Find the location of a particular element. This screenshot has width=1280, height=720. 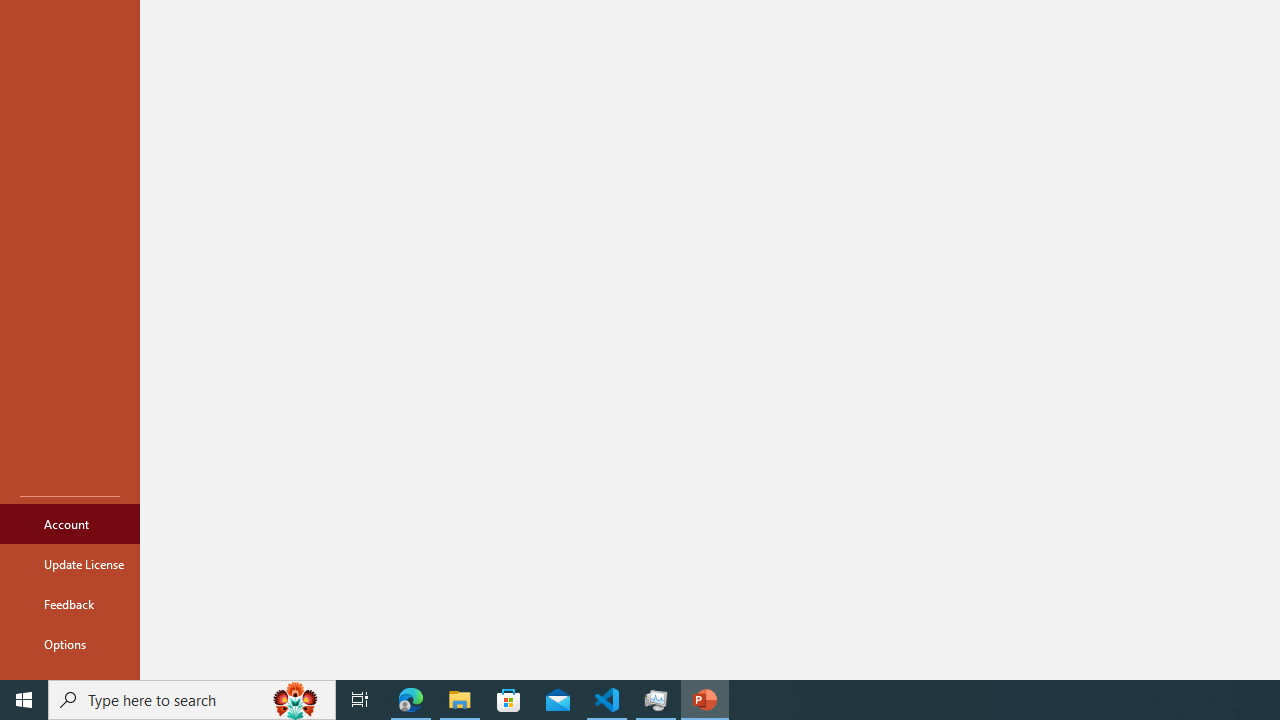

'Update License' is located at coordinates (69, 564).